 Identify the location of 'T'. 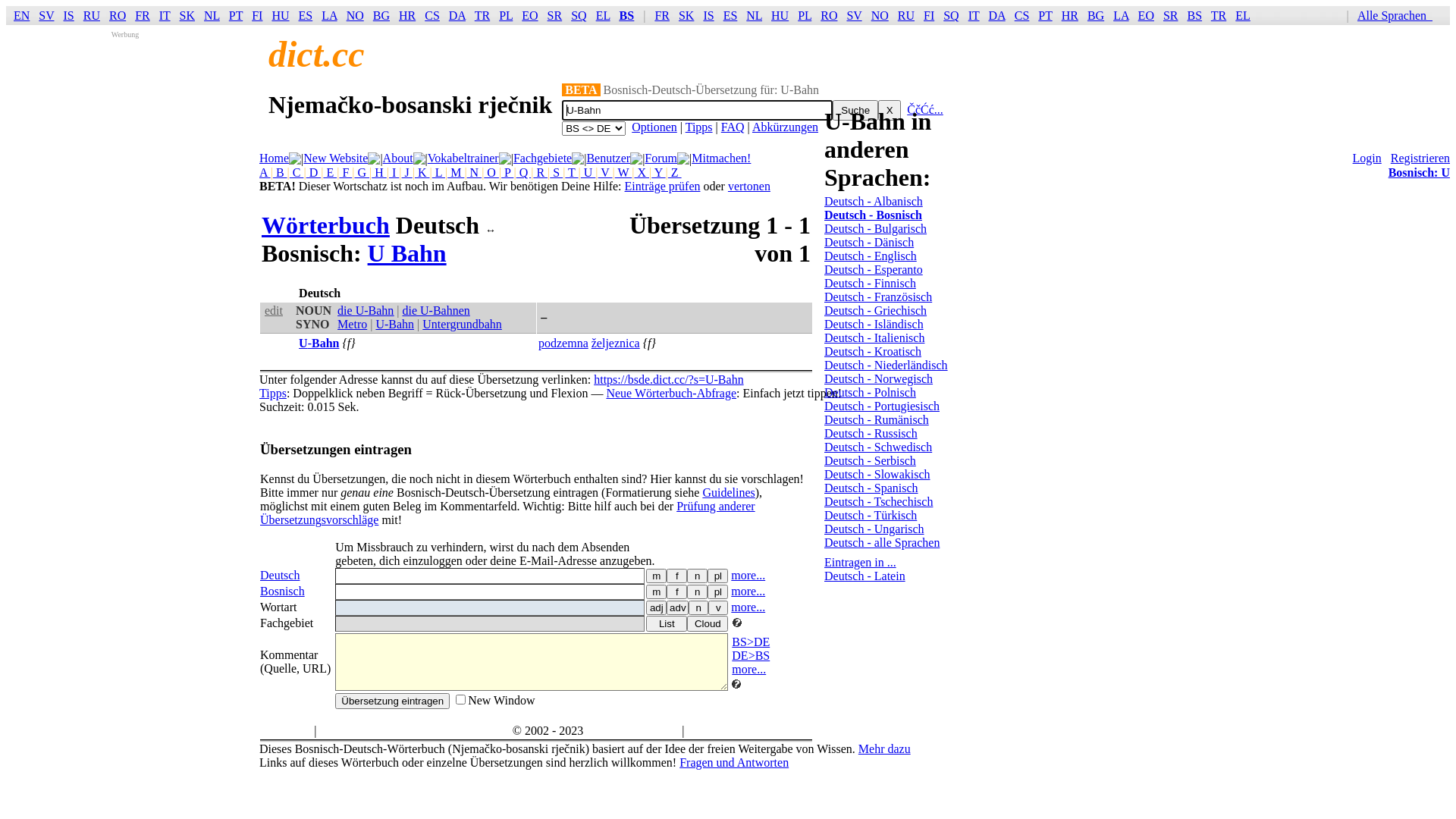
(570, 171).